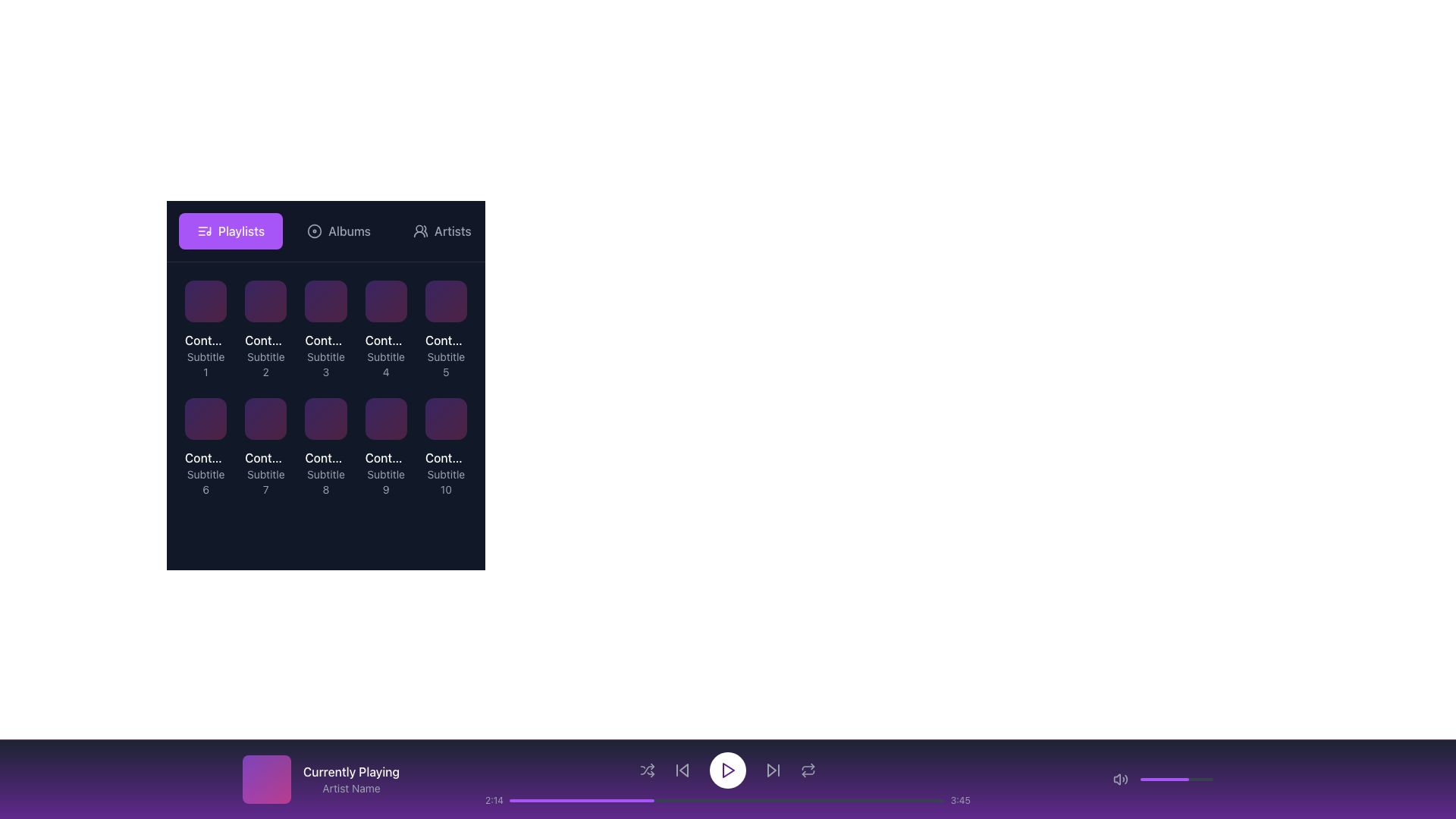  What do you see at coordinates (240, 231) in the screenshot?
I see `text label displaying 'Playlists' located in the navigation panel, which is styled with a purple background and white font` at bounding box center [240, 231].